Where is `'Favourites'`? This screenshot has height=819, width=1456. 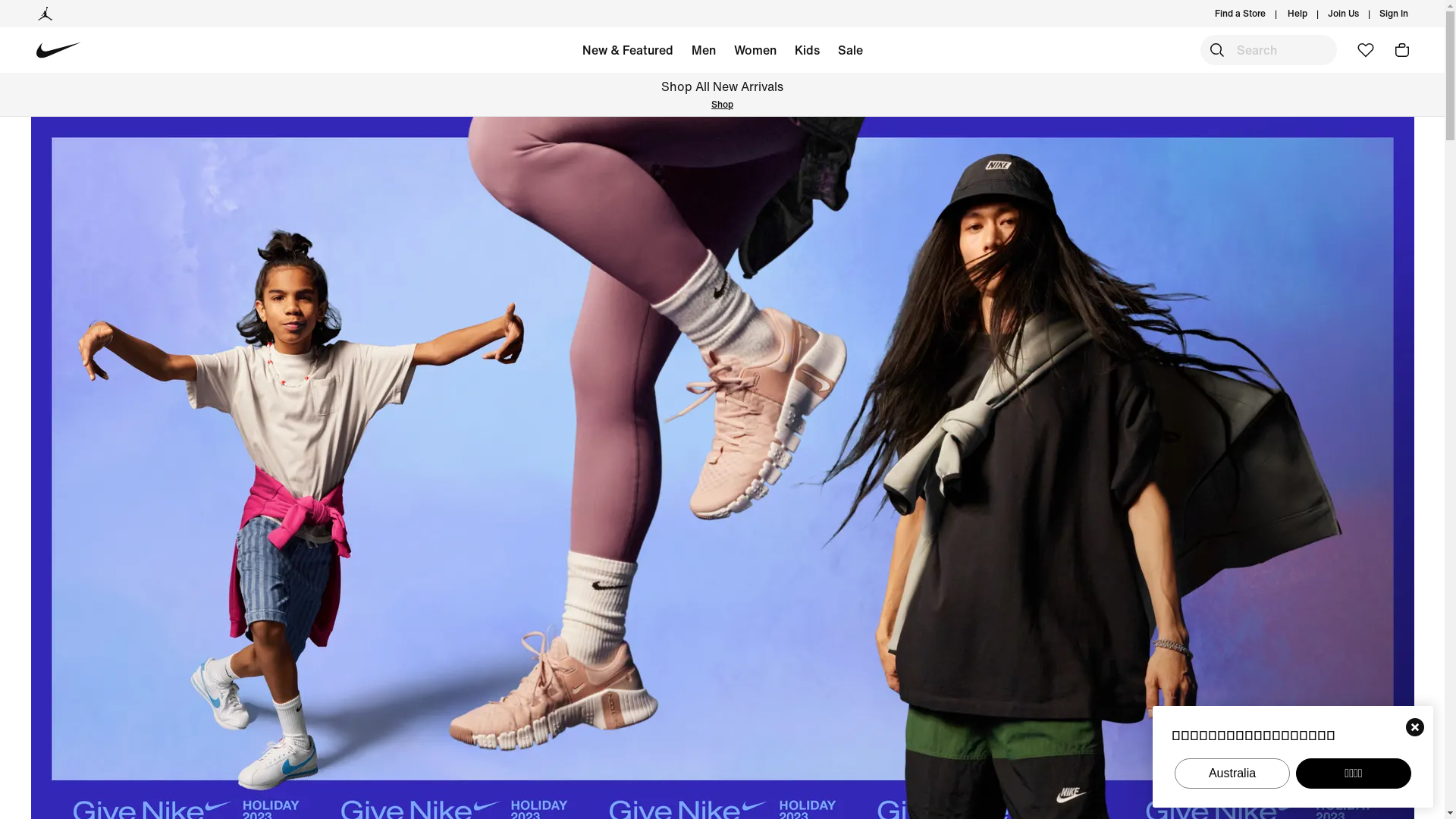
'Favourites' is located at coordinates (1365, 49).